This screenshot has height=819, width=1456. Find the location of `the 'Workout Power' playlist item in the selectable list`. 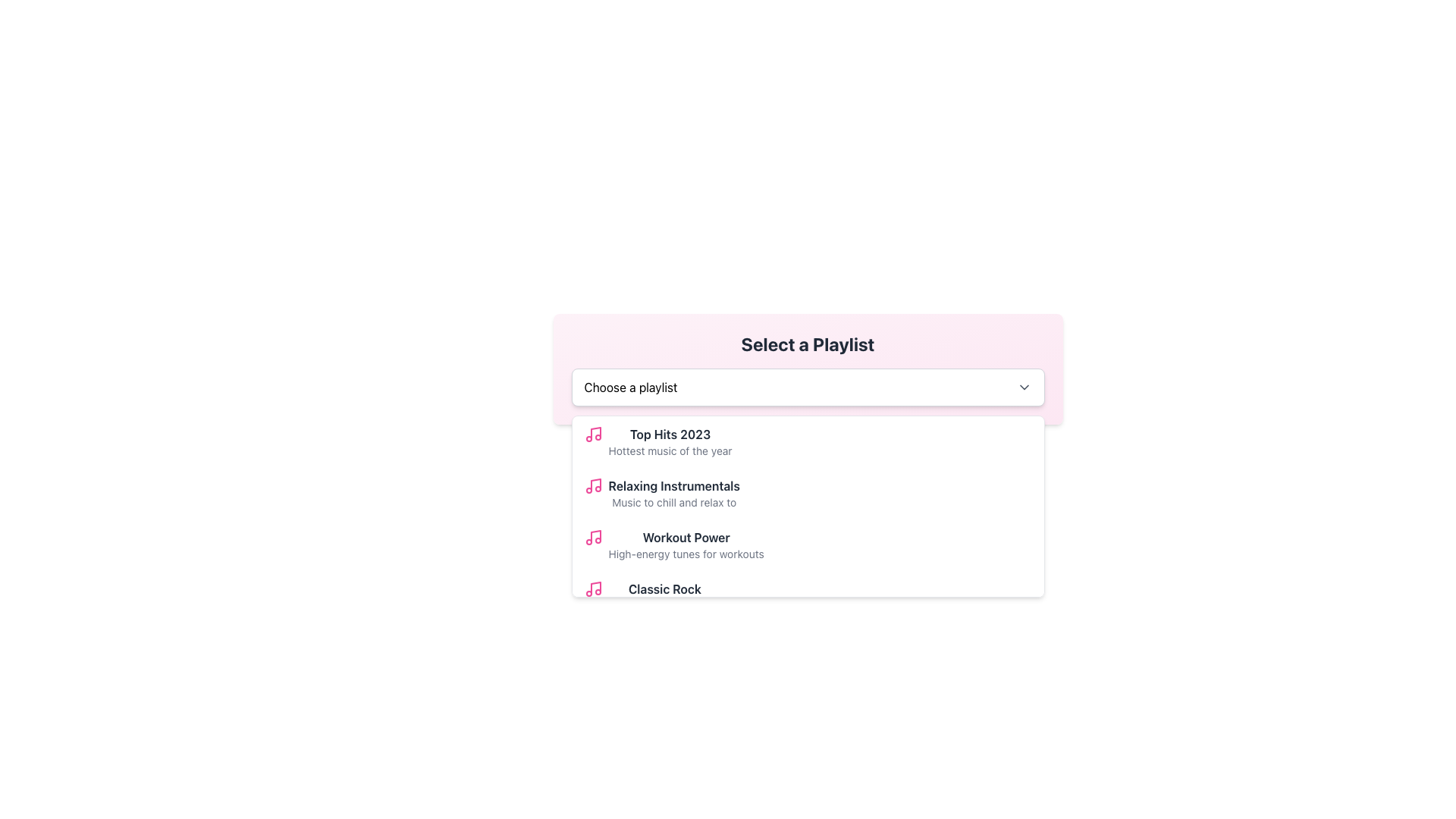

the 'Workout Power' playlist item in the selectable list is located at coordinates (686, 544).